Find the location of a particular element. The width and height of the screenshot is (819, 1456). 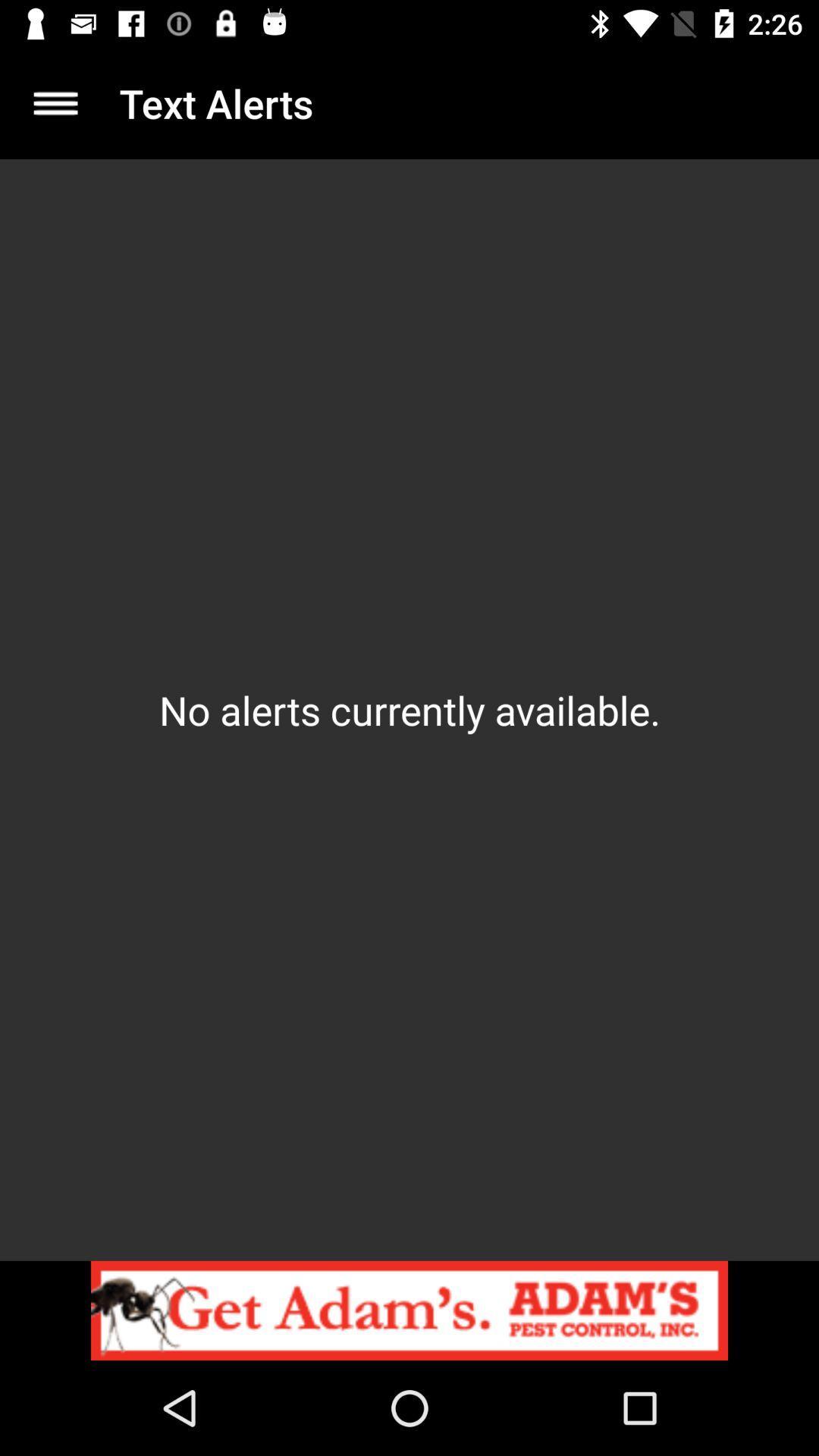

tap to view advertisement is located at coordinates (409, 1310).